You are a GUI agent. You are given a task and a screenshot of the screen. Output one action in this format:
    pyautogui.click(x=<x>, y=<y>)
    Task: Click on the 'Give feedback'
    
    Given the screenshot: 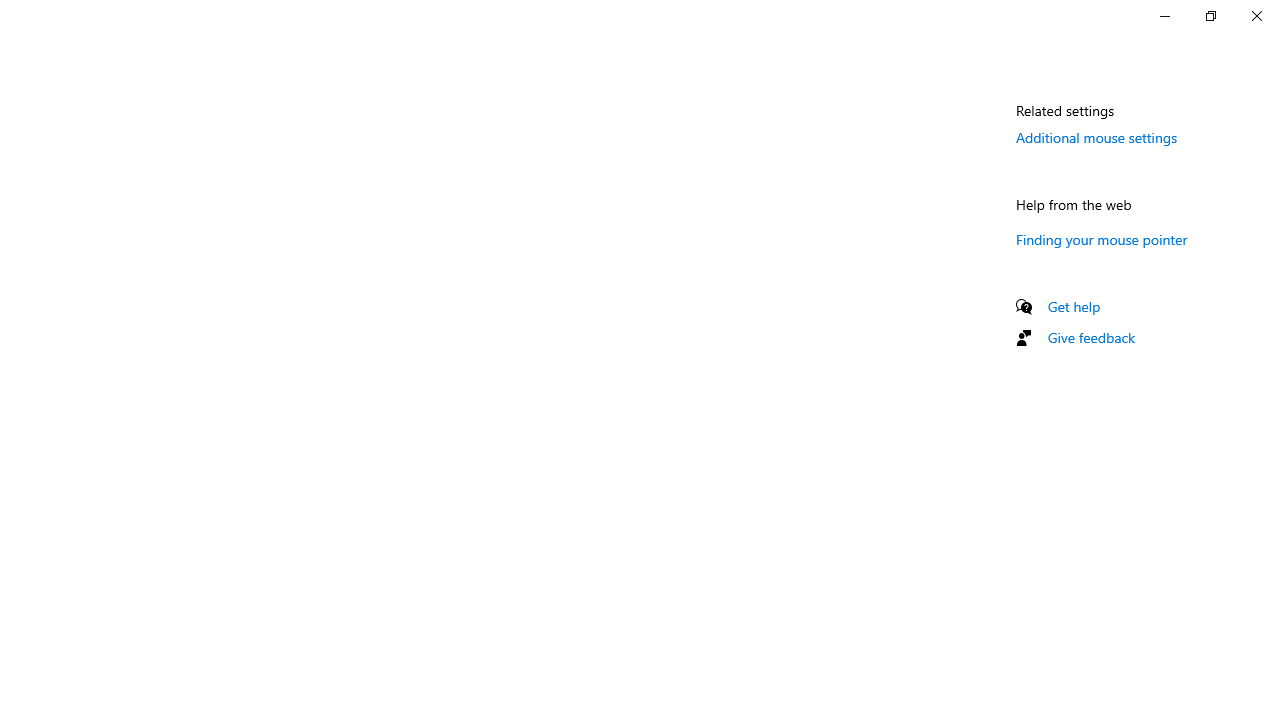 What is the action you would take?
    pyautogui.click(x=1090, y=336)
    